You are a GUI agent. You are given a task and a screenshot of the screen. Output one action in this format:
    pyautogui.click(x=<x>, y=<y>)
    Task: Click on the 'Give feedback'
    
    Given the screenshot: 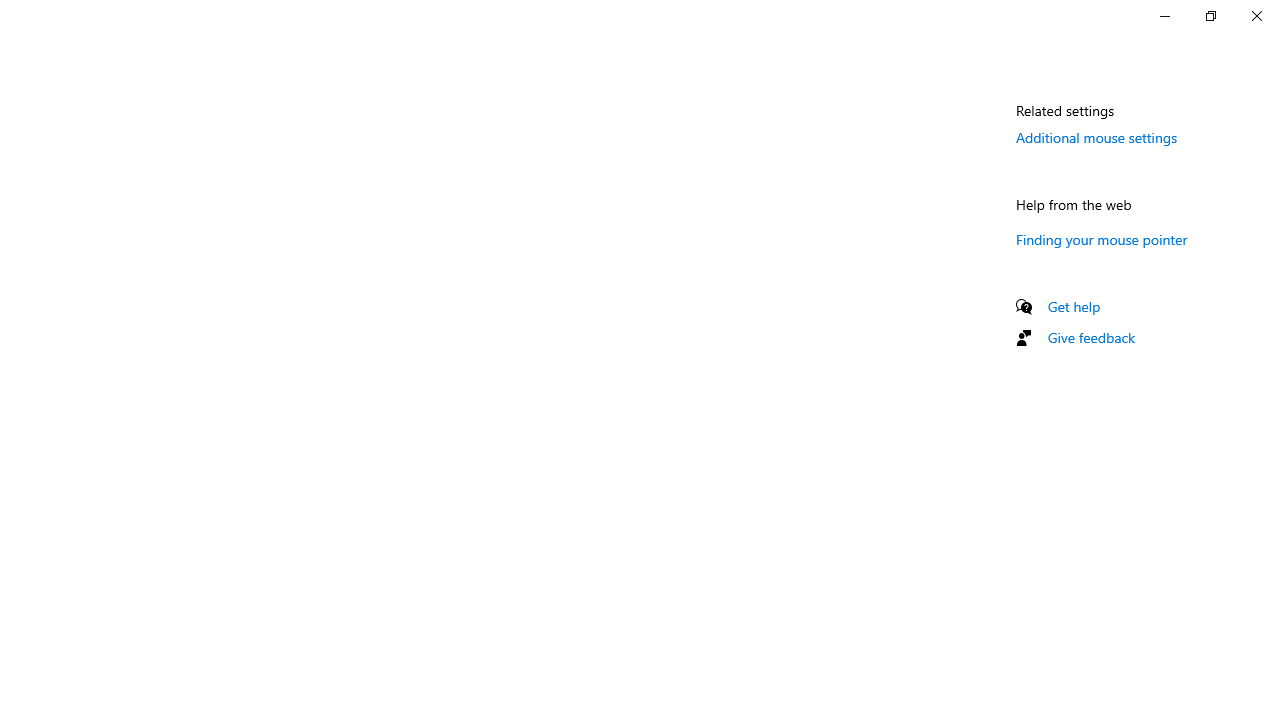 What is the action you would take?
    pyautogui.click(x=1090, y=336)
    